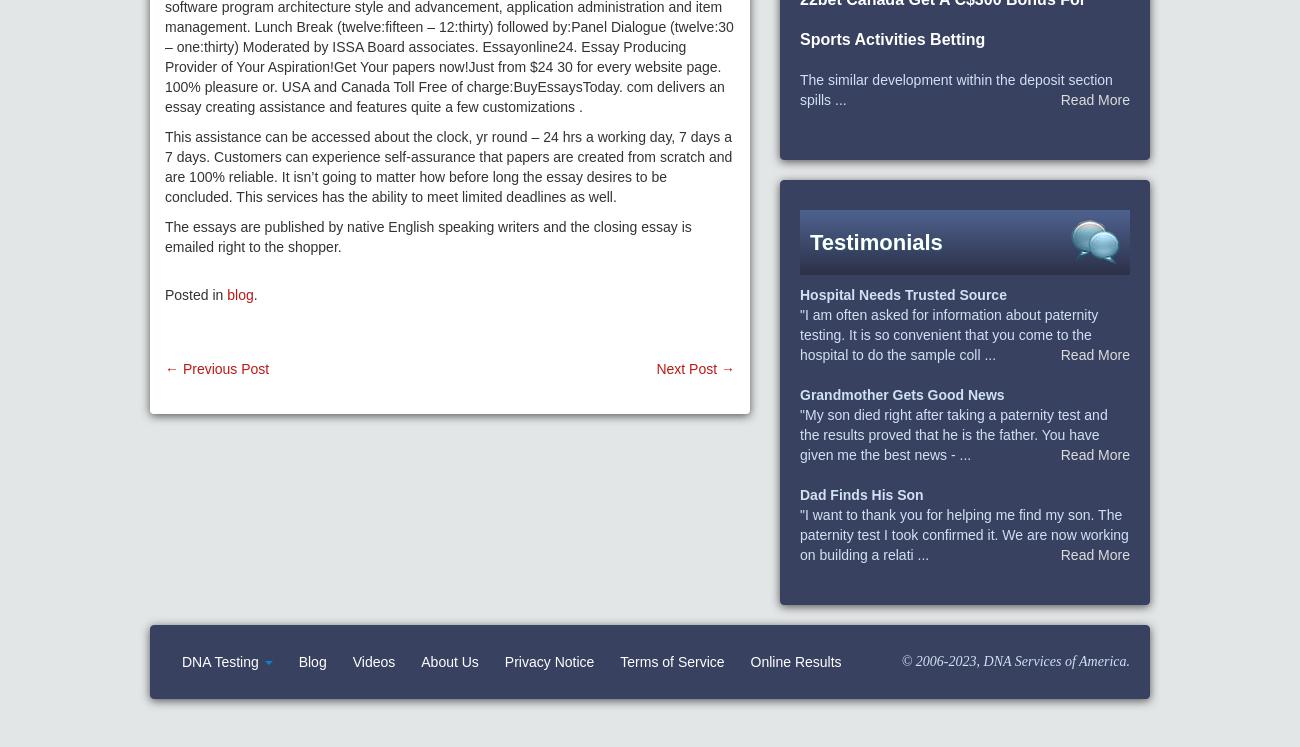 The width and height of the screenshot is (1300, 747). What do you see at coordinates (809, 241) in the screenshot?
I see `'Testimonials'` at bounding box center [809, 241].